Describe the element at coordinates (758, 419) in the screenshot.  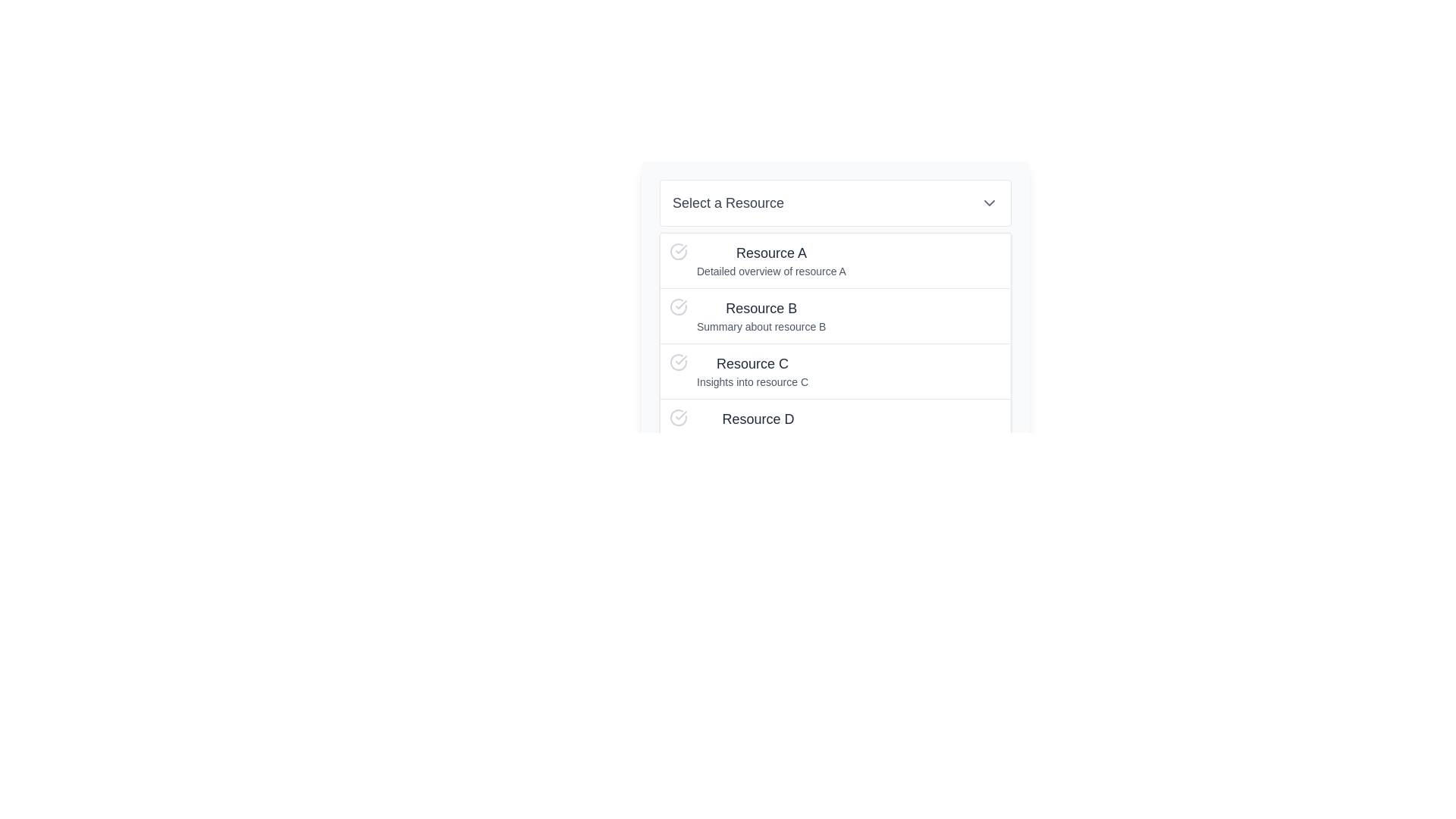
I see `the non-interactive text label that serves as the title for a resource item in the dropdown component titled 'Select a Resource.'` at that location.